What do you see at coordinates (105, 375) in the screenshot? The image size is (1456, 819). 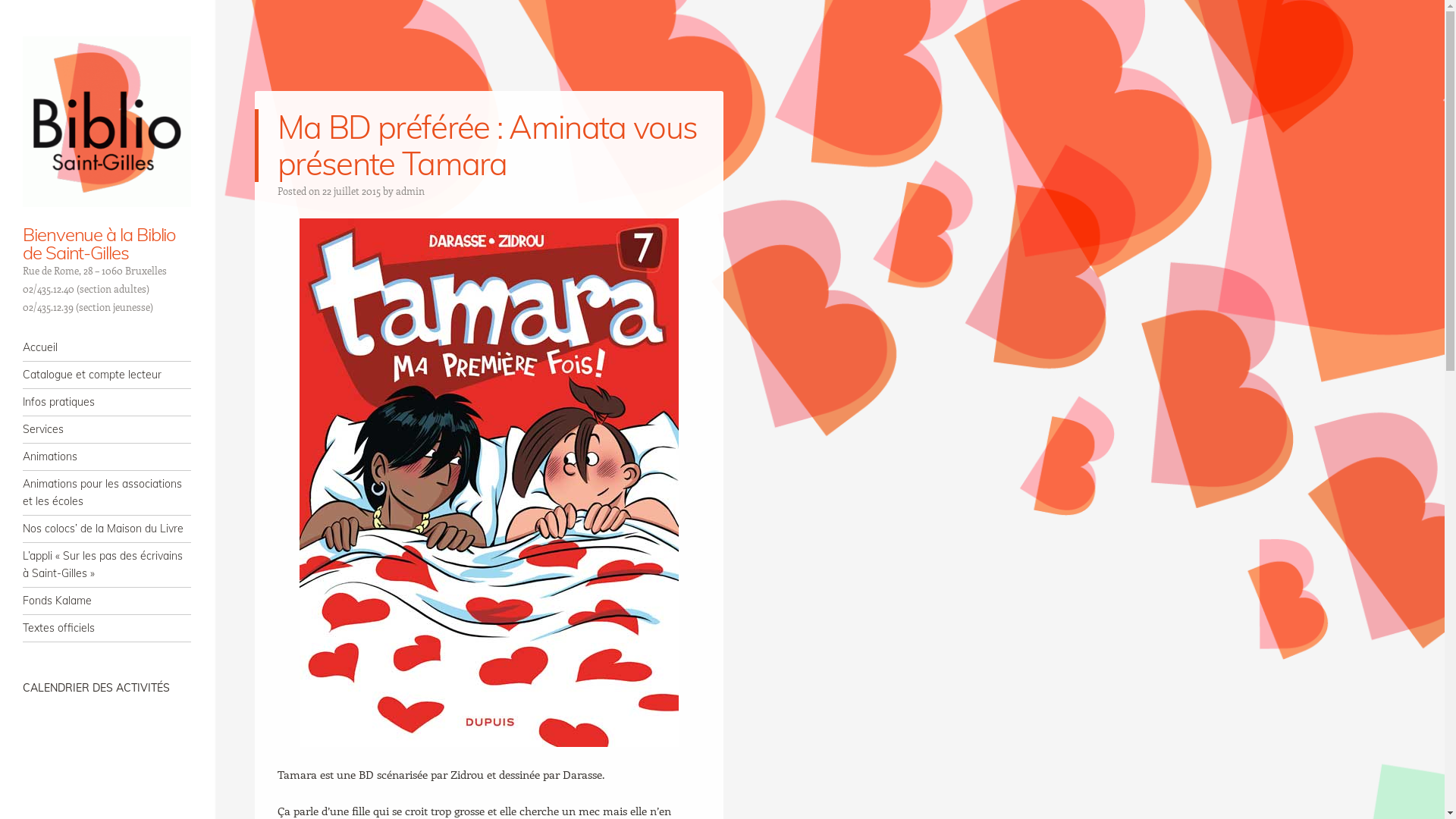 I see `'Catalogue et compte lecteur'` at bounding box center [105, 375].